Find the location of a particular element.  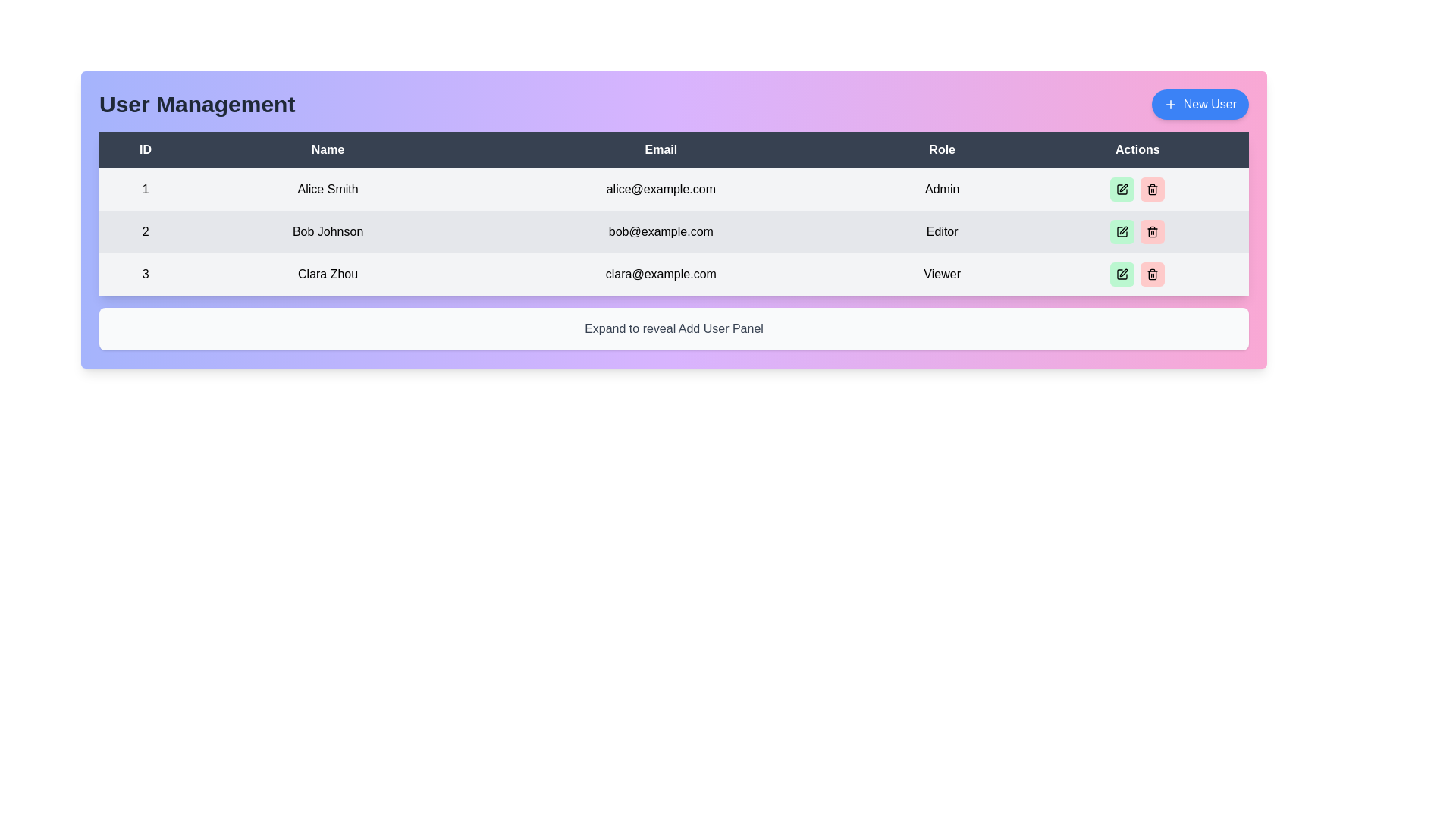

the read-only text element displaying the email address of Clara Zhou, located in the third row of the table under the 'Email' column is located at coordinates (661, 275).